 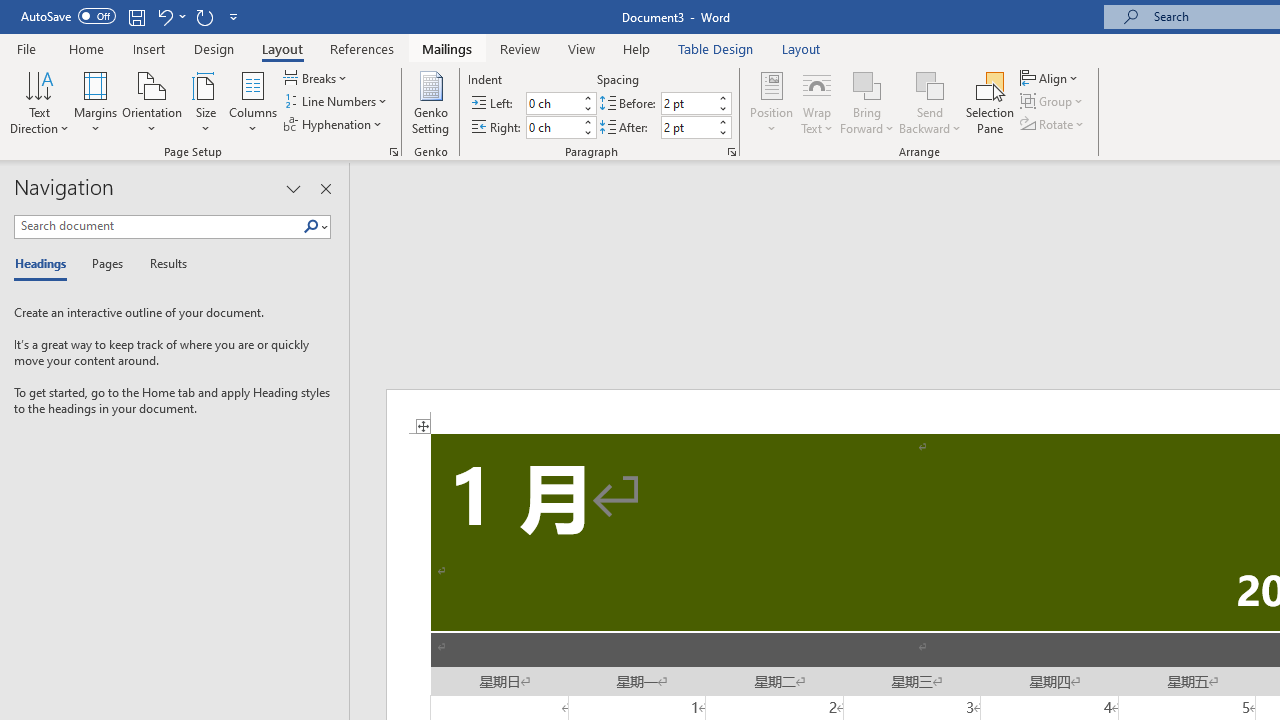 What do you see at coordinates (310, 225) in the screenshot?
I see `'Class: NetUIImage'` at bounding box center [310, 225].